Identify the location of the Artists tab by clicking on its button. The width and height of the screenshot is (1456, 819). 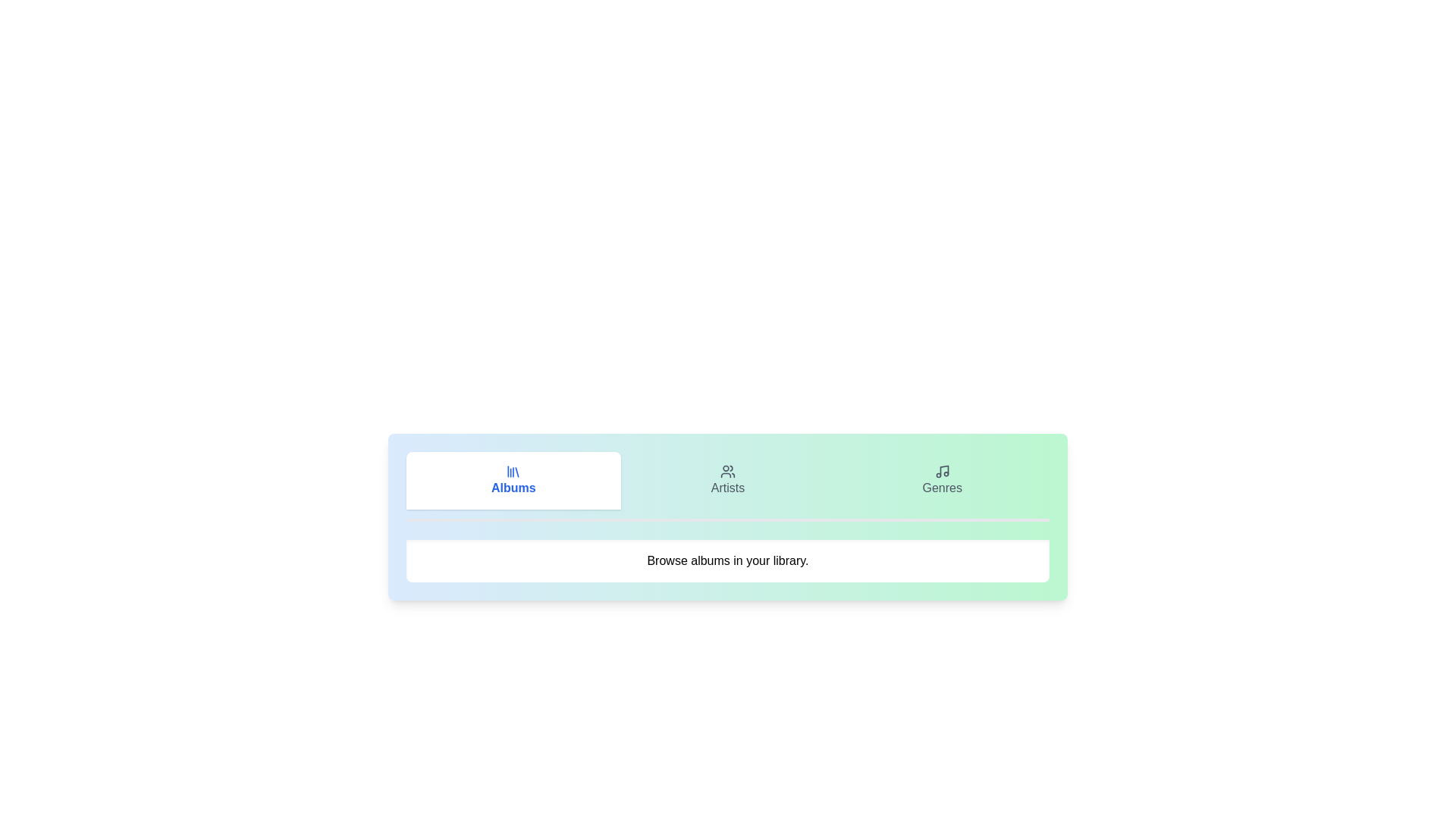
(728, 480).